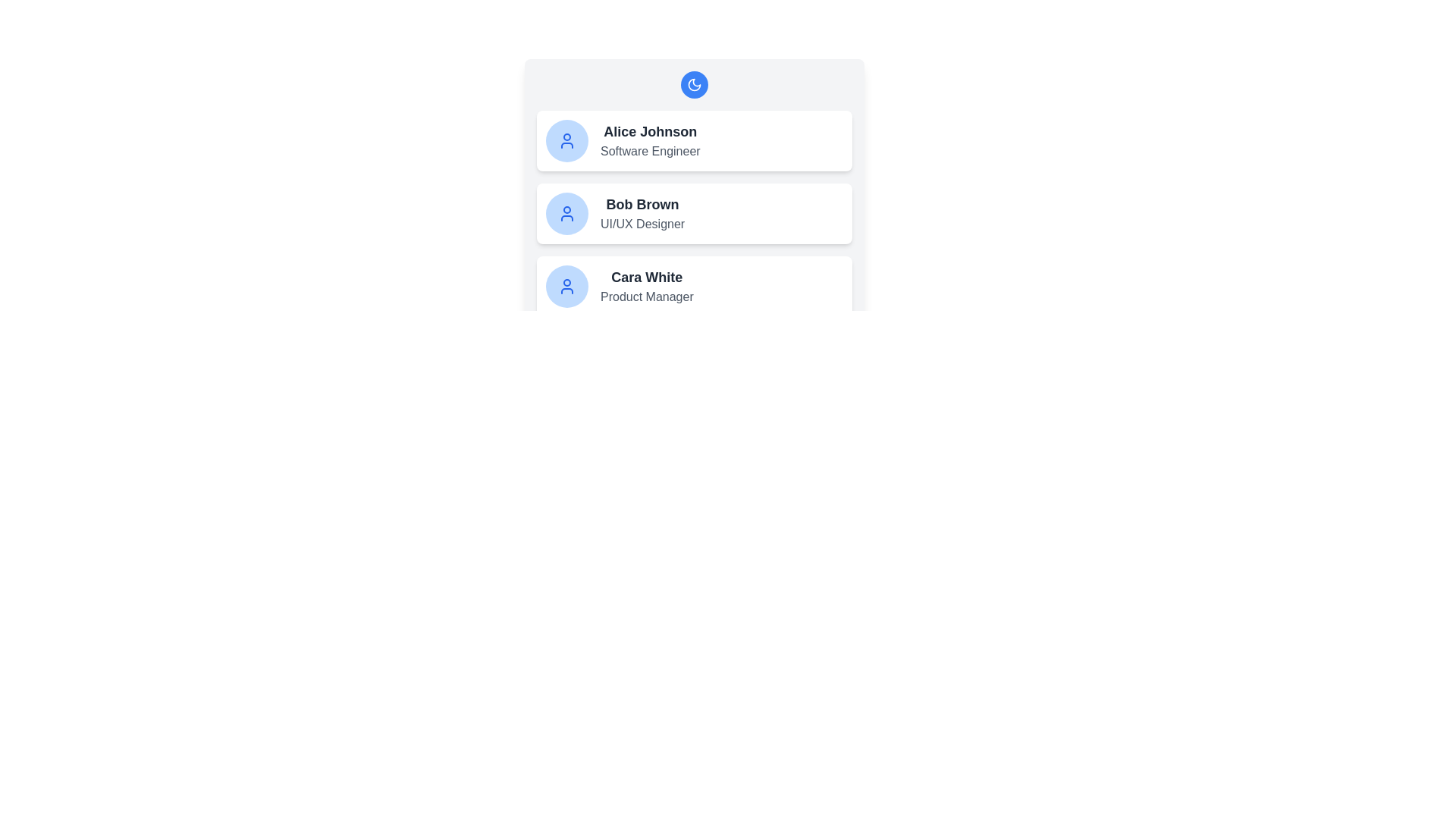 This screenshot has width=1456, height=819. What do you see at coordinates (694, 84) in the screenshot?
I see `the theme toggle button located at the top center of the interface, above the user cards for Alice Johnson, Bob Brown, and Cara White, to observe the hover effect` at bounding box center [694, 84].